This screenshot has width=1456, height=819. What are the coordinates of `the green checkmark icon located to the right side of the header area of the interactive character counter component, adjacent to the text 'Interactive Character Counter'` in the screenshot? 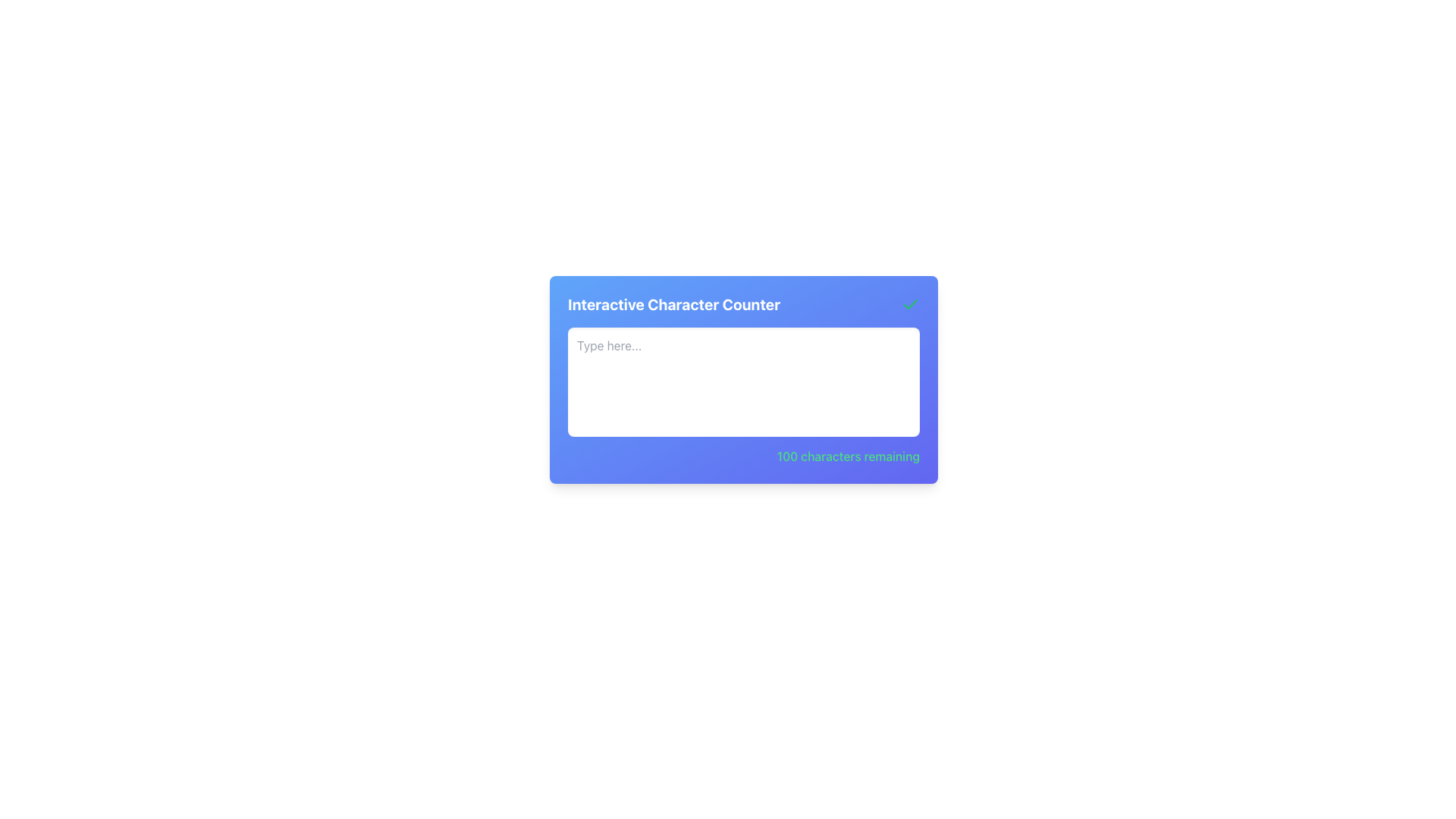 It's located at (910, 304).